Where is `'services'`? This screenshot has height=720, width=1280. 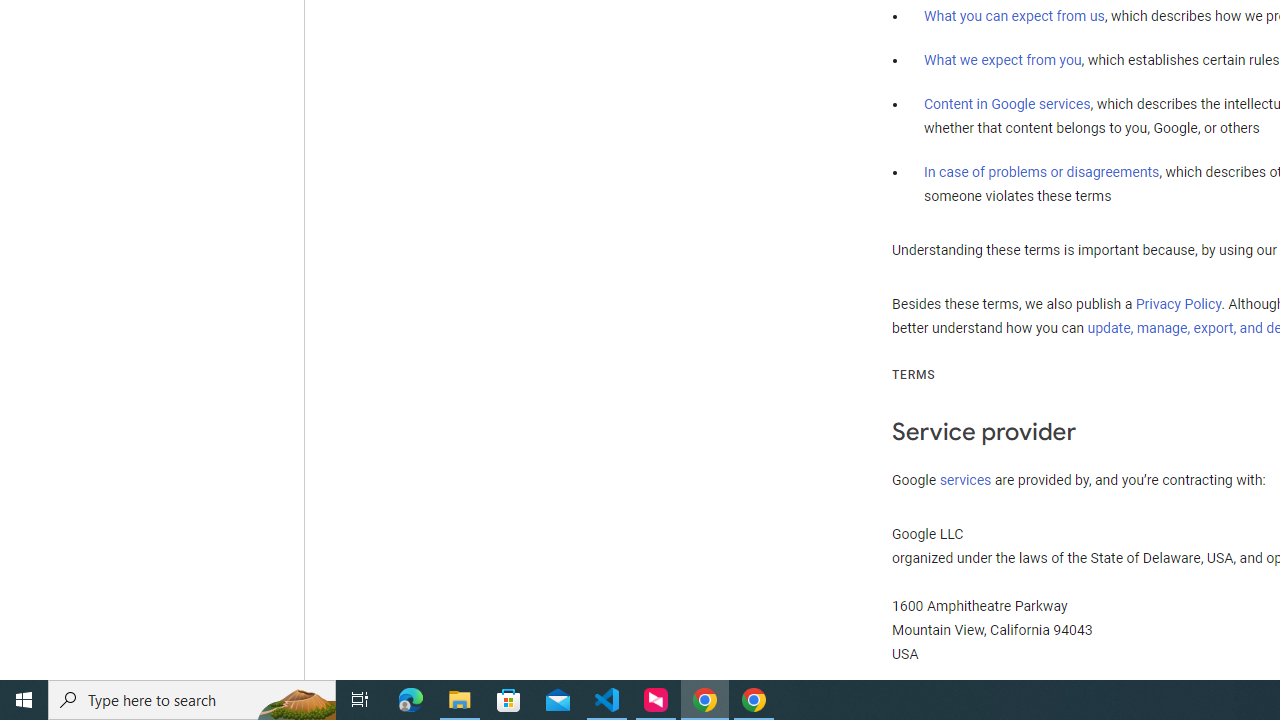
'services' is located at coordinates (965, 479).